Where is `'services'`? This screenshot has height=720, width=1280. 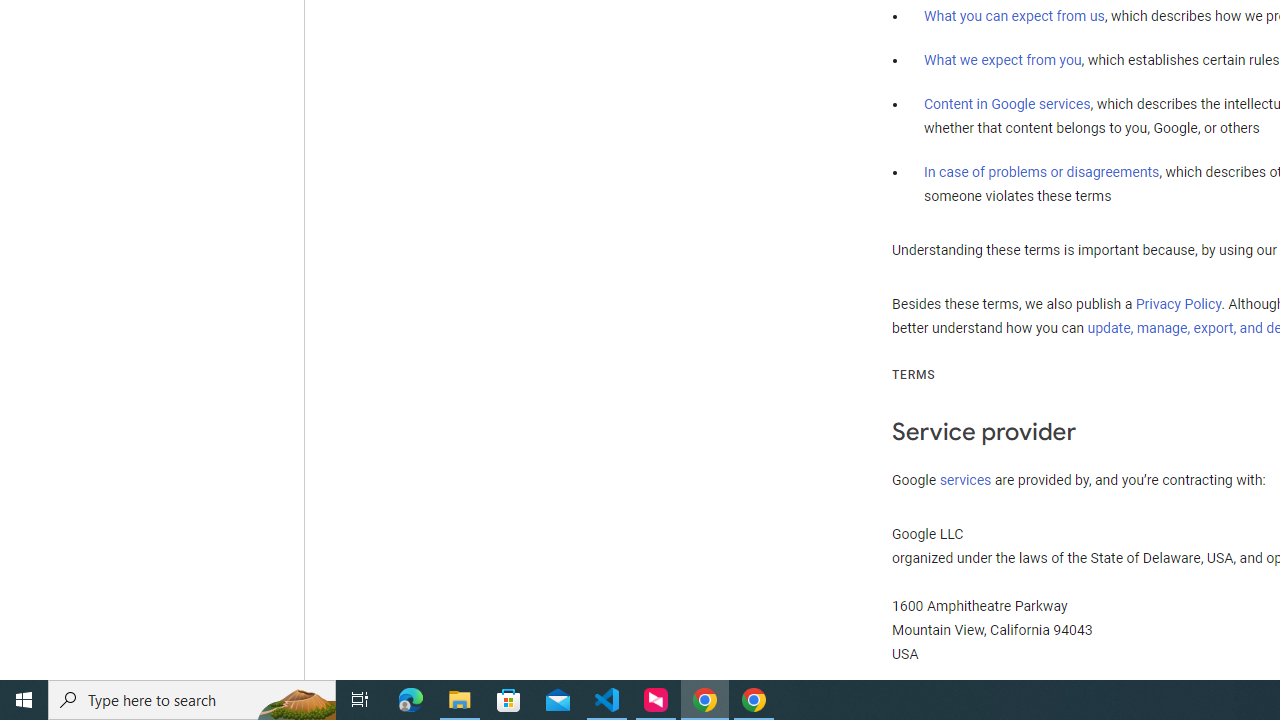
'services' is located at coordinates (965, 479).